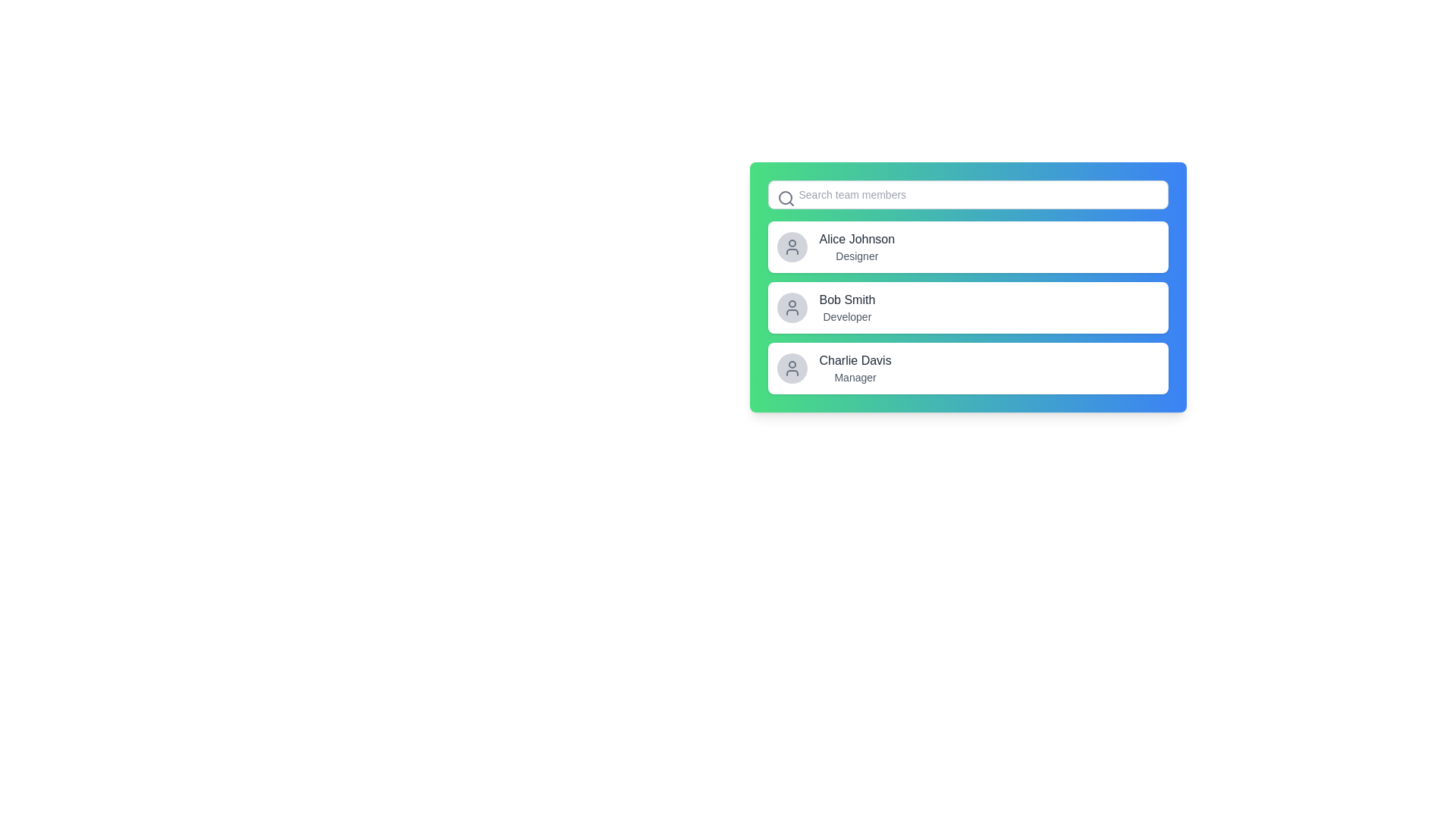 The image size is (1456, 819). I want to click on the Text Display Unit displaying 'Charlie Davis, Manager', so click(855, 369).